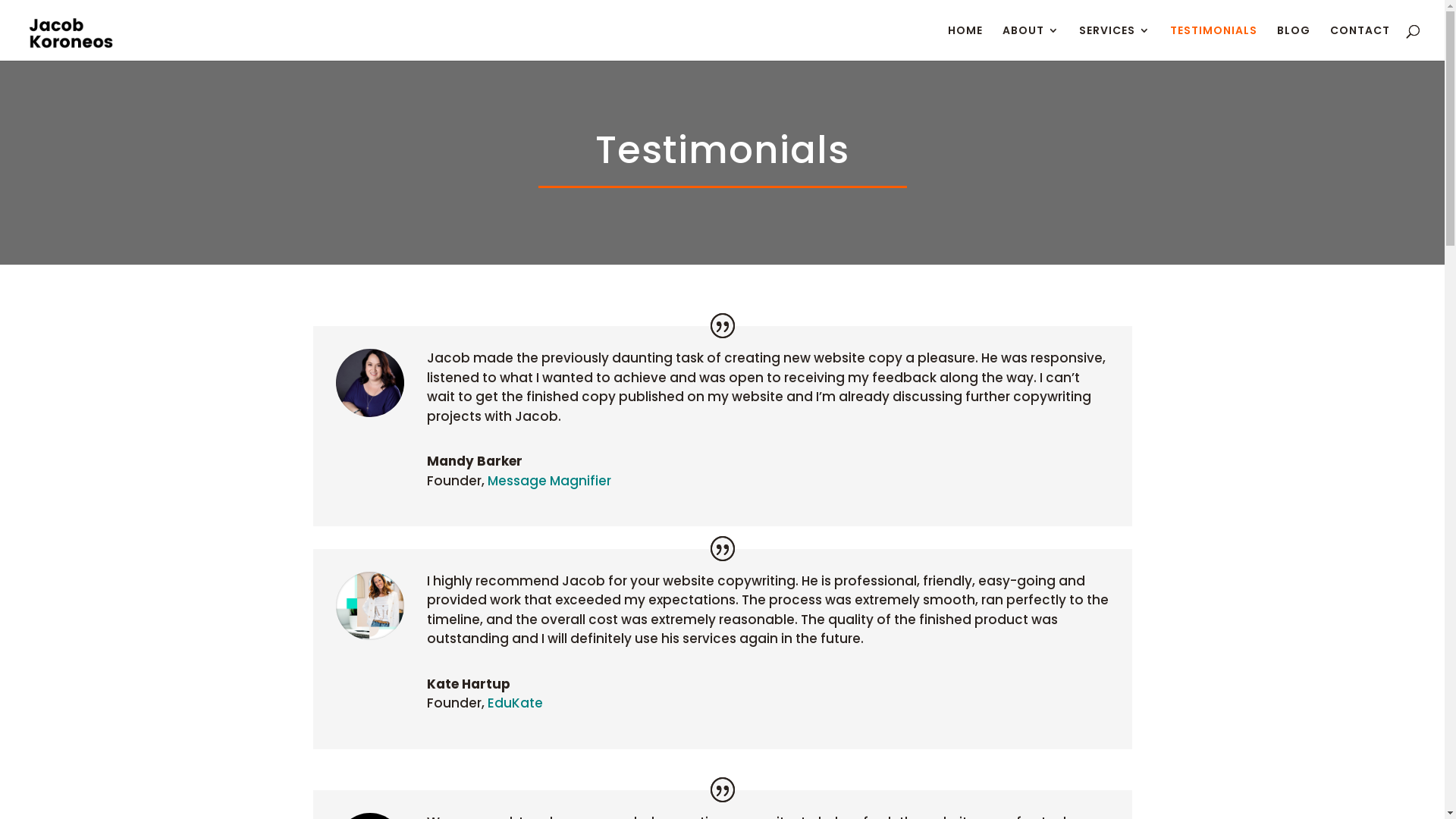 The width and height of the screenshot is (1456, 819). I want to click on 'TESTIMONIALS', so click(1213, 42).